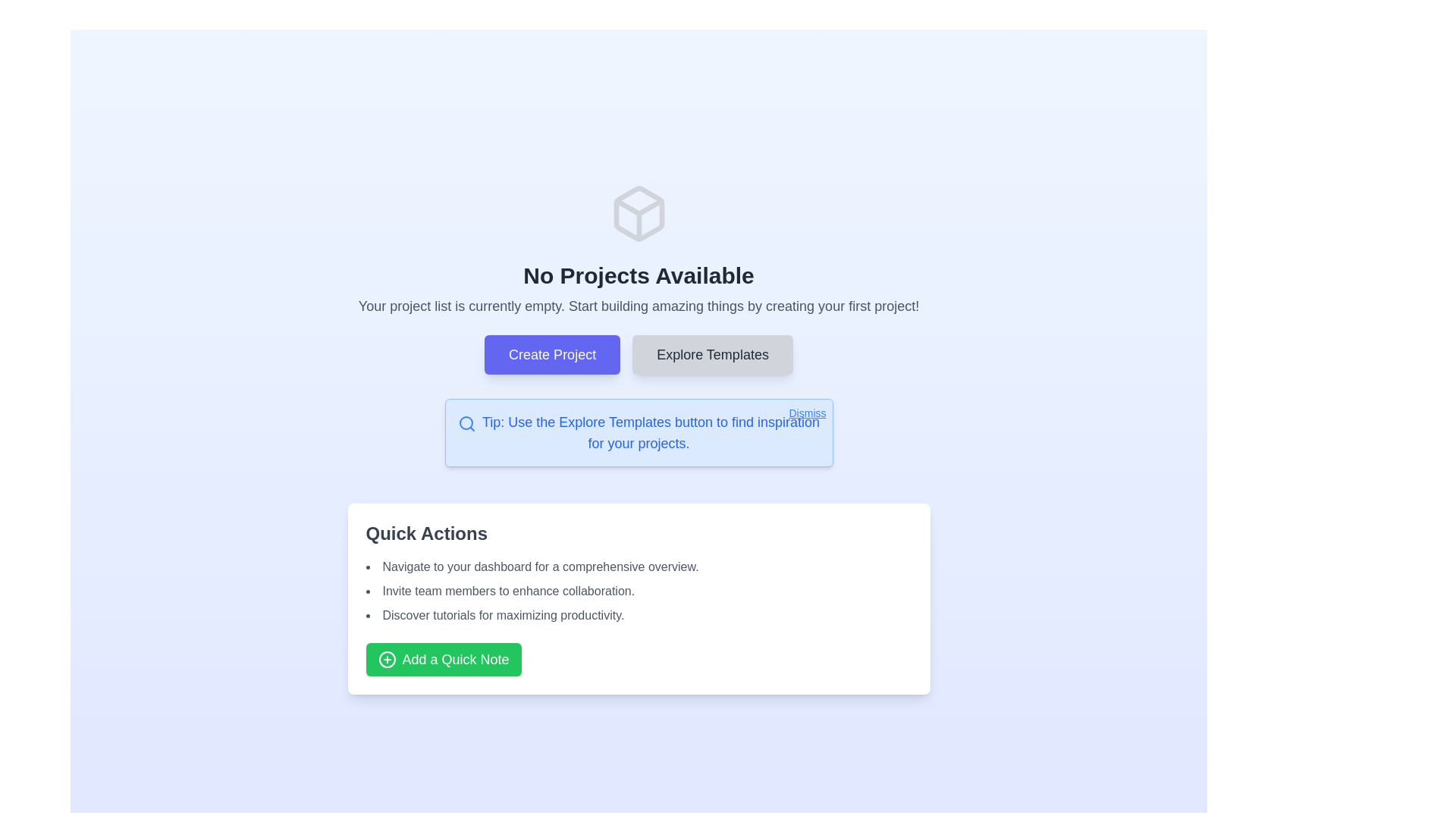 The image size is (1456, 819). Describe the element at coordinates (712, 354) in the screenshot. I see `the button designed` at that location.